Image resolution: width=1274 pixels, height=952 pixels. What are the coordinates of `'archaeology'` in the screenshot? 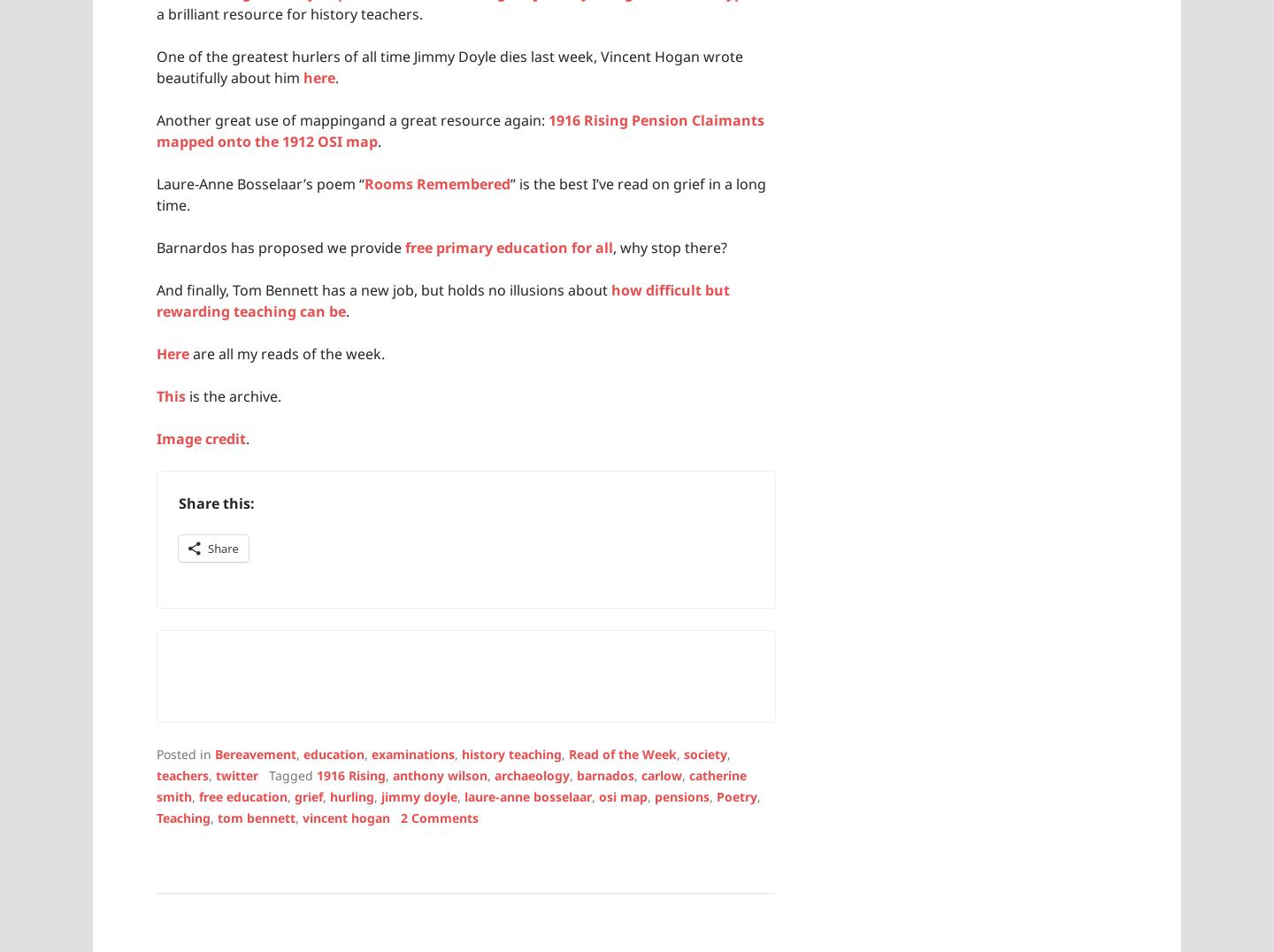 It's located at (531, 774).